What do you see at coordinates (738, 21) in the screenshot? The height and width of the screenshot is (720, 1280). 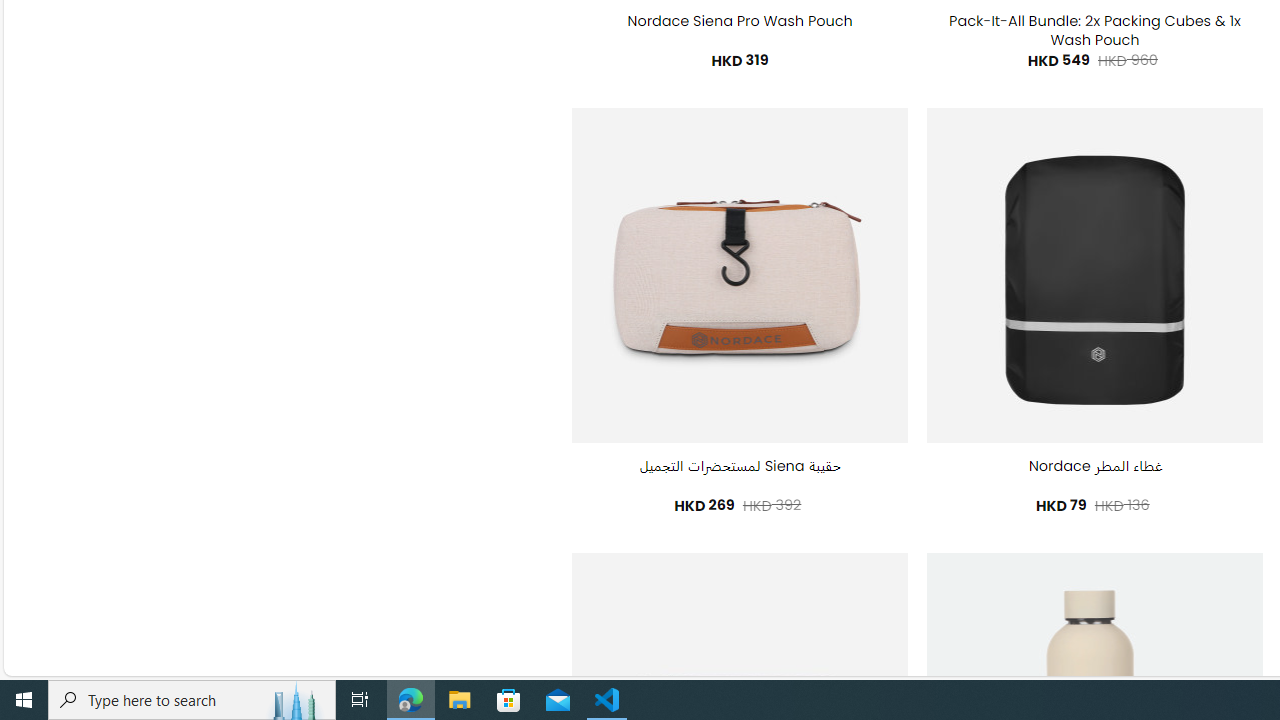 I see `'Nordace Siena Pro Wash Pouch'` at bounding box center [738, 21].